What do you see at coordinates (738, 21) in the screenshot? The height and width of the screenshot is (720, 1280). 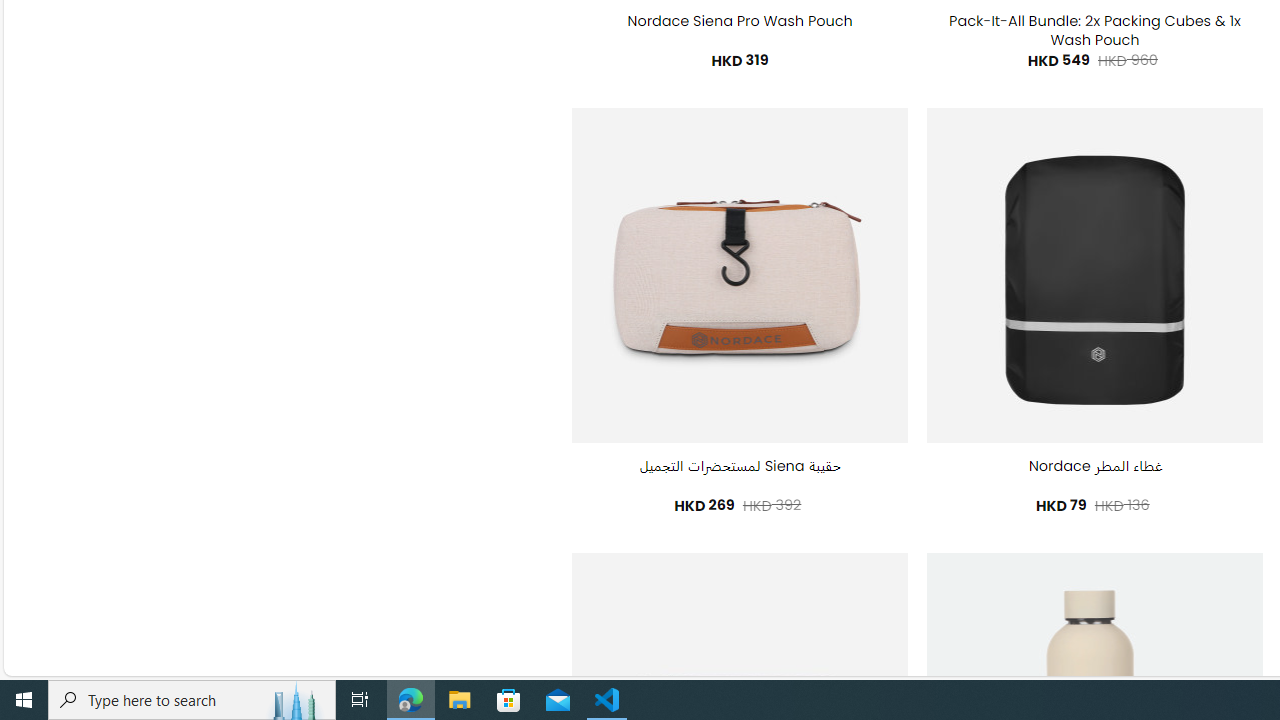 I see `'Nordace Siena Pro Wash Pouch'` at bounding box center [738, 21].